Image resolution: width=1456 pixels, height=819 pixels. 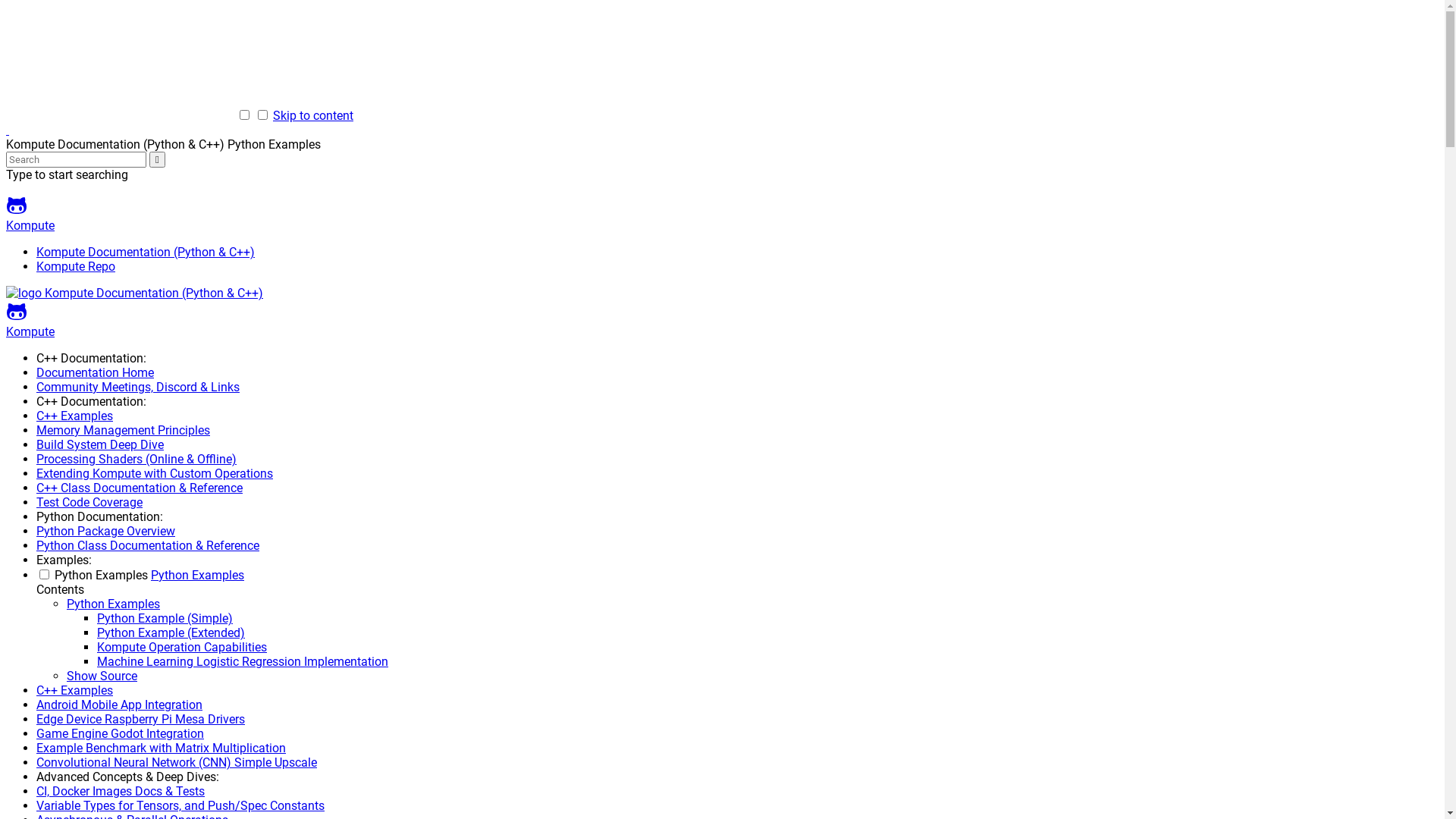 I want to click on 'Kompute', so click(x=721, y=318).